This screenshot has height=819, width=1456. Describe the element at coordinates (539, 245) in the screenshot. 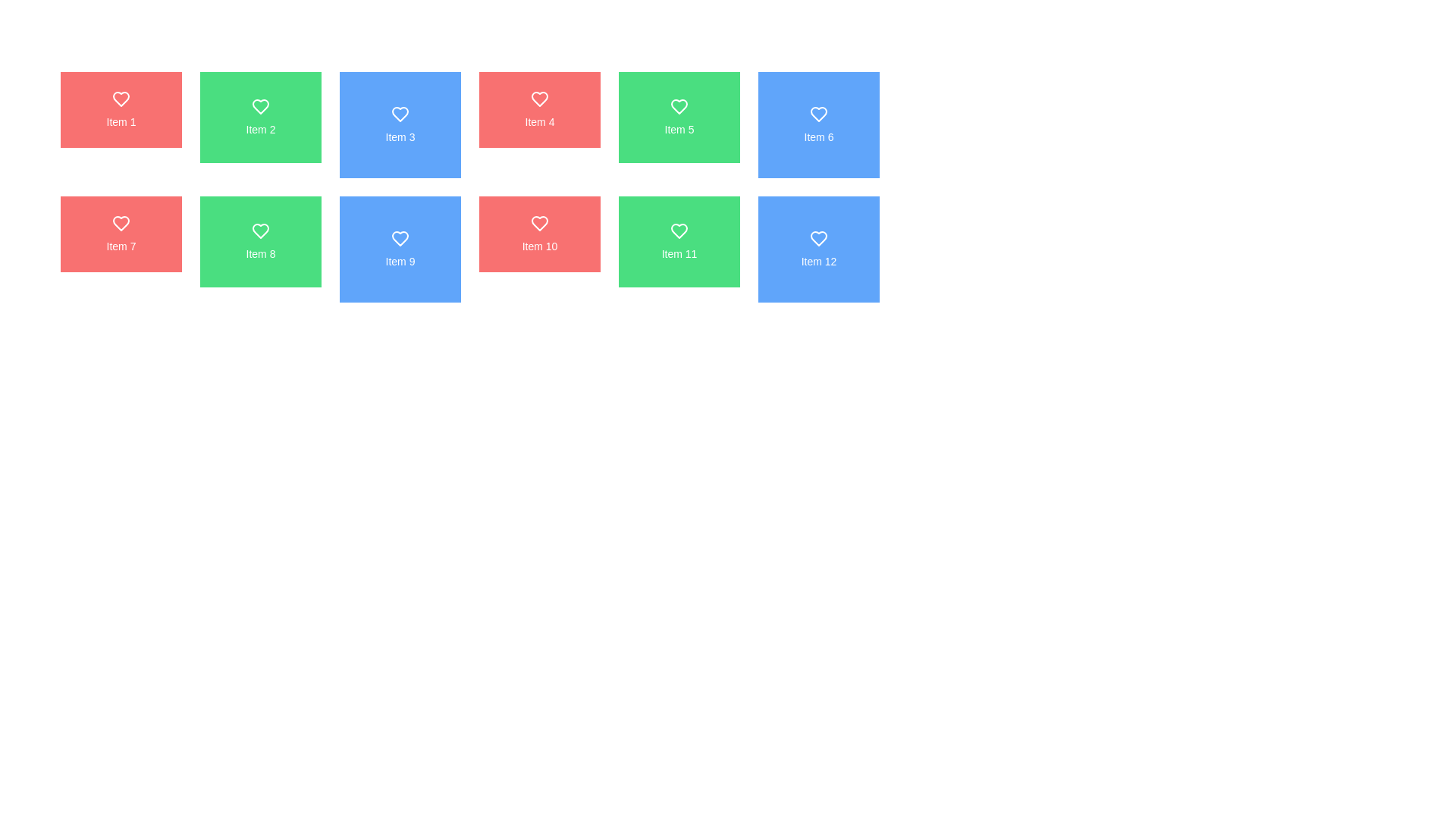

I see `the text label that identifies 'Item 10' located in the second row, second column of the grid` at that location.